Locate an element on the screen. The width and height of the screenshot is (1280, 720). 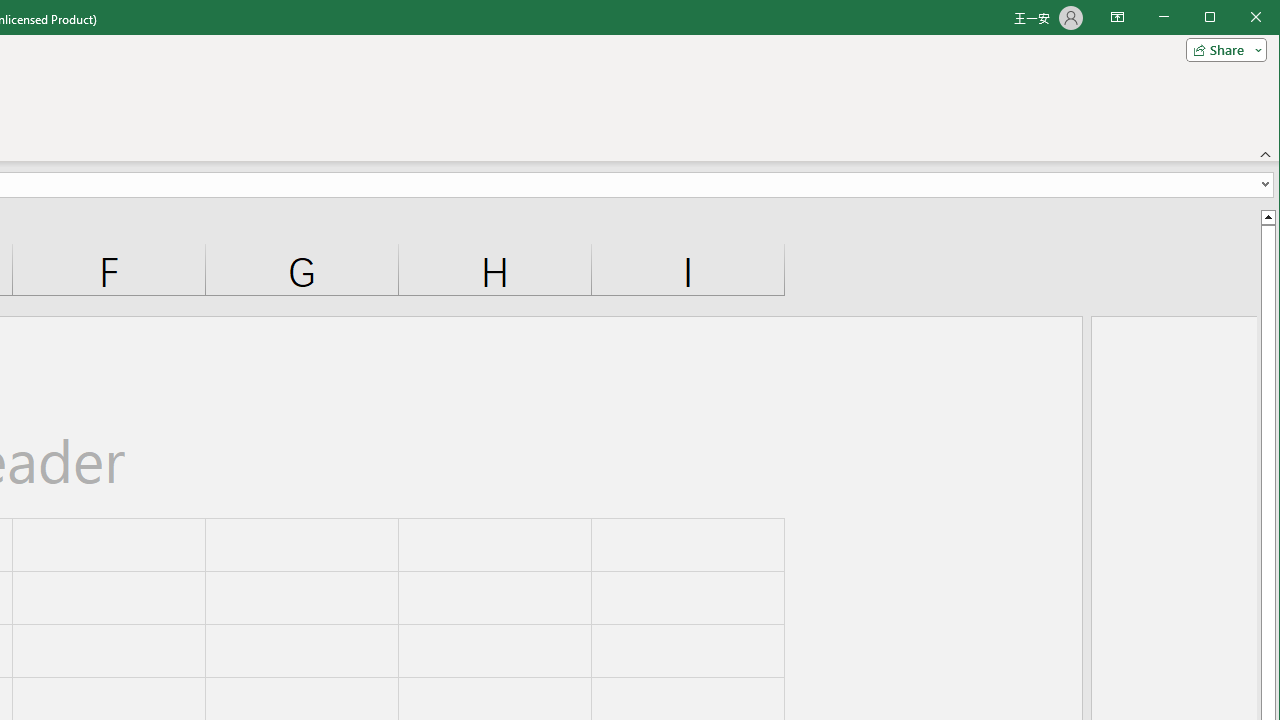
'Close' is located at coordinates (1260, 19).